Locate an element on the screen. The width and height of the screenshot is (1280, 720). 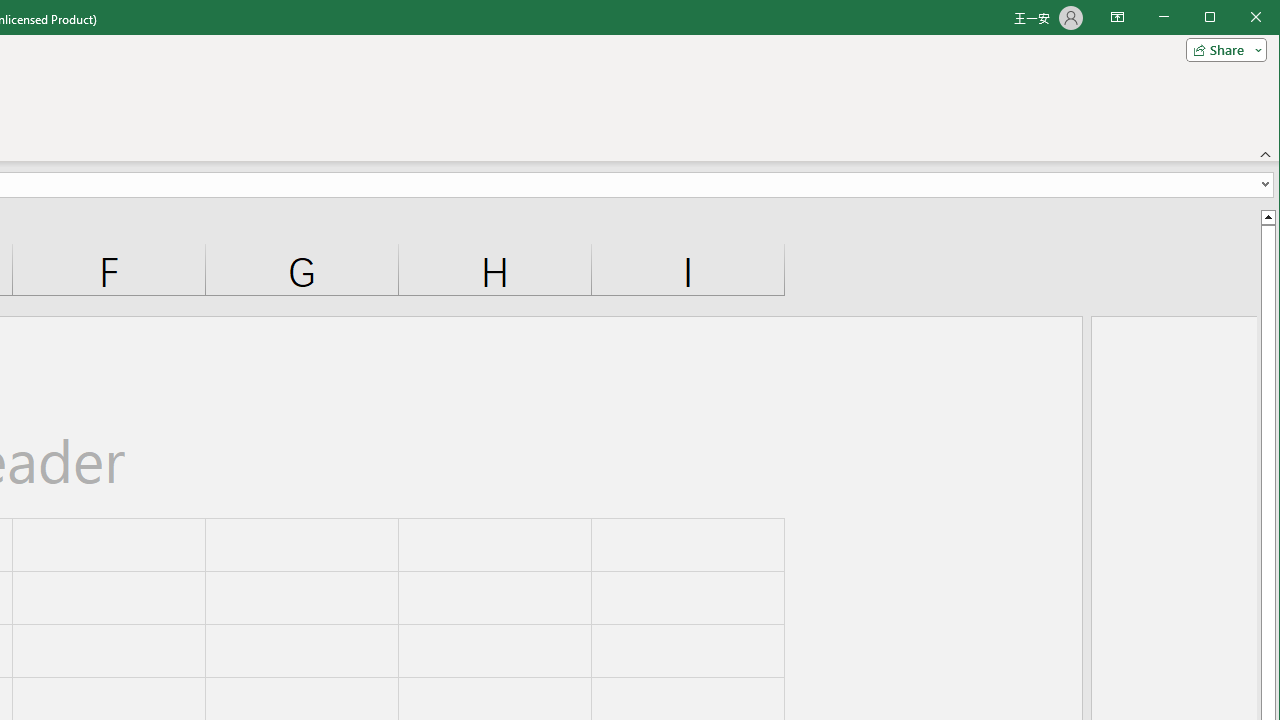
'Close' is located at coordinates (1260, 19).